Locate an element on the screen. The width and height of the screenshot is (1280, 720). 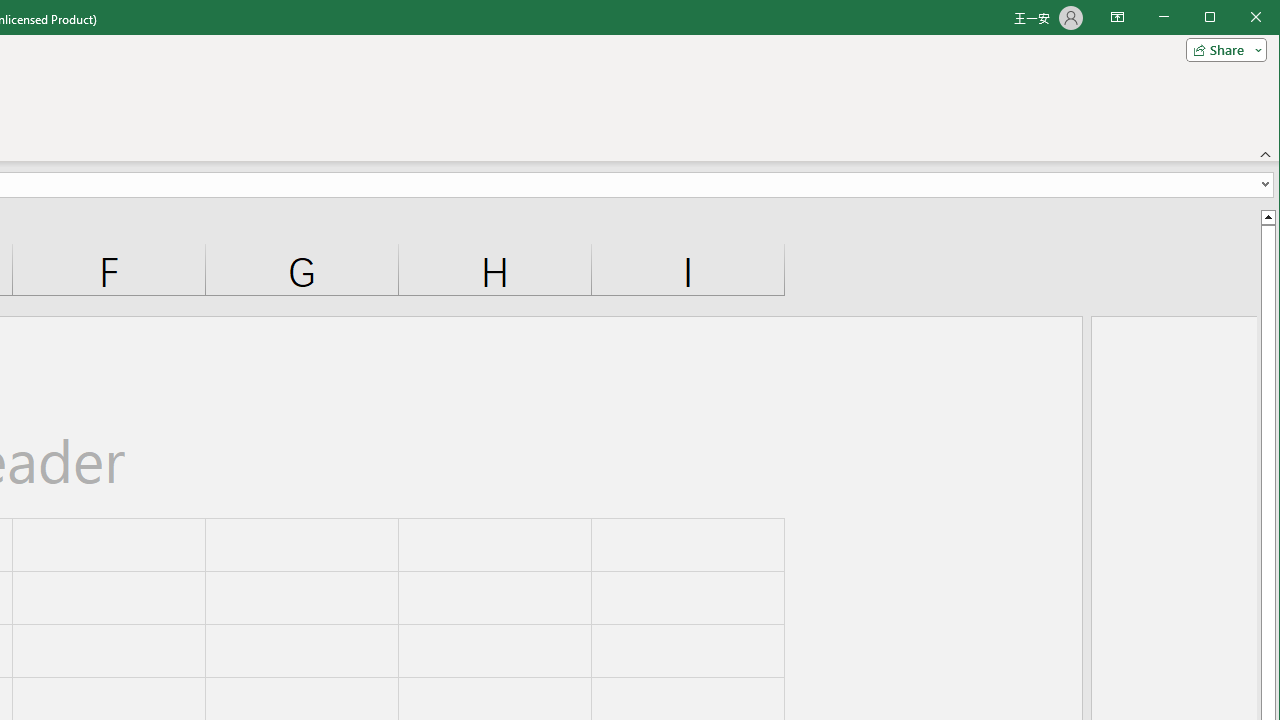
'Close' is located at coordinates (1260, 19).